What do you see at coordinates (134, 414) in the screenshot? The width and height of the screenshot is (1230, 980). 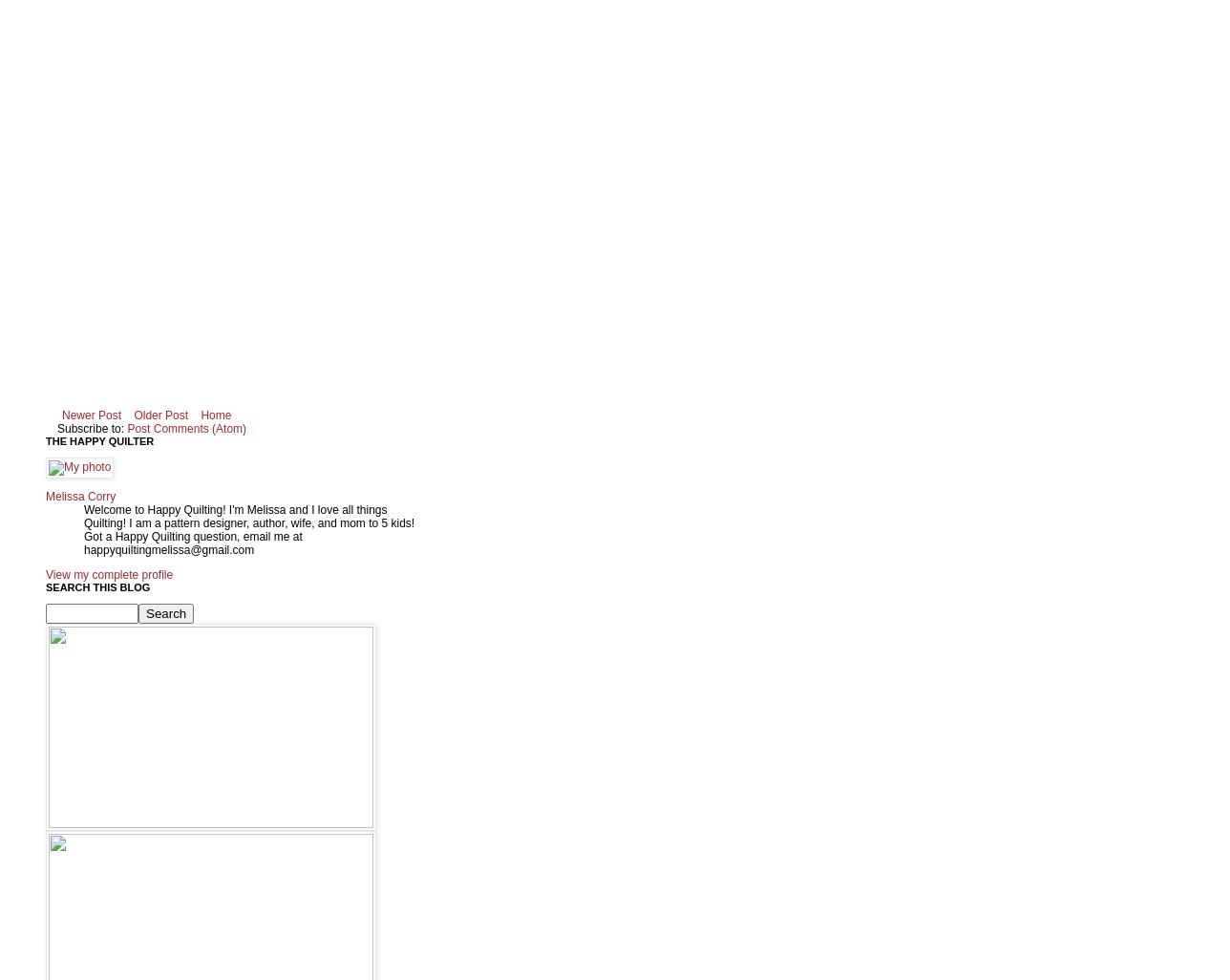 I see `'Older Post'` at bounding box center [134, 414].